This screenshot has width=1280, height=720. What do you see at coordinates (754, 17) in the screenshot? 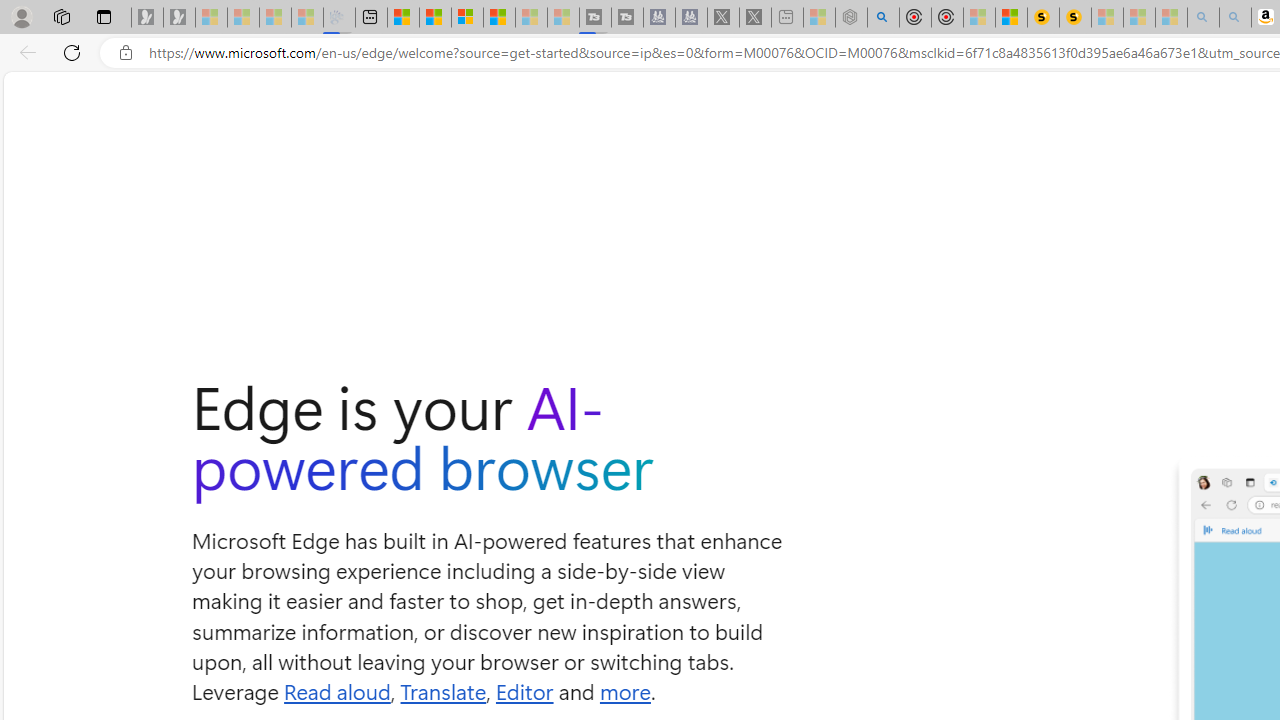
I see `'X - Sleeping'` at bounding box center [754, 17].